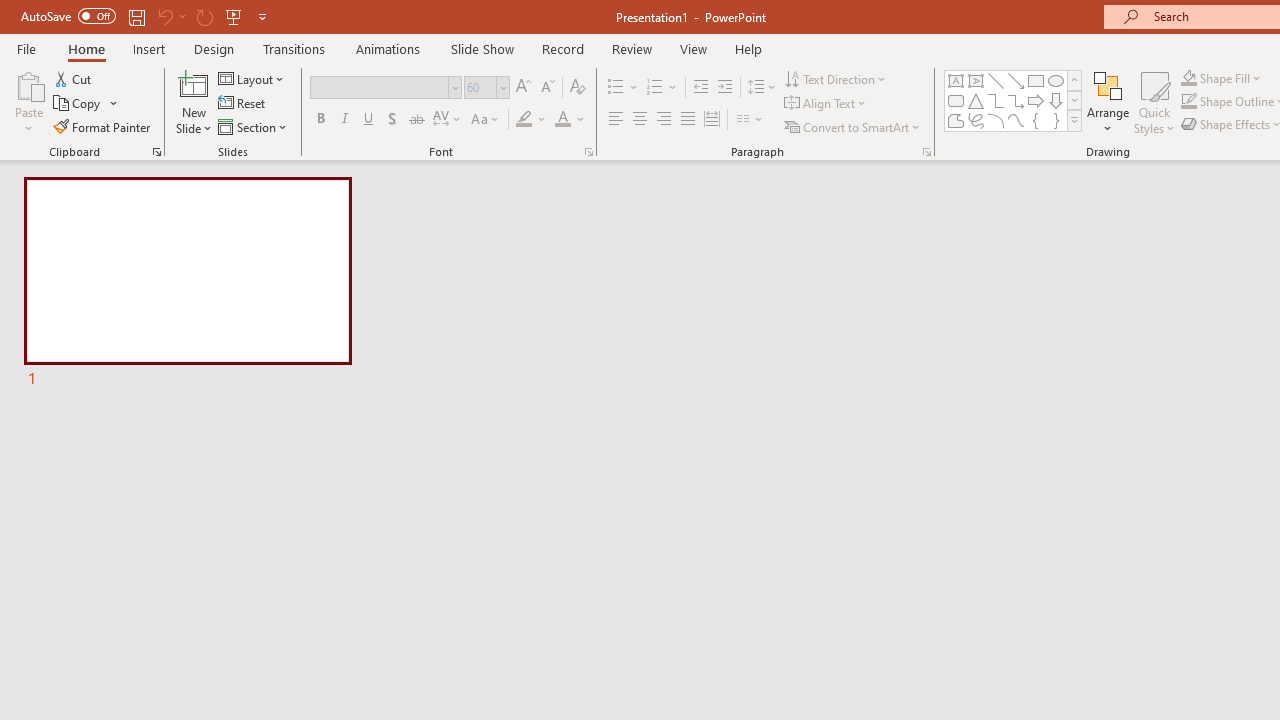 The image size is (1280, 720). What do you see at coordinates (1073, 79) in the screenshot?
I see `'Row up'` at bounding box center [1073, 79].